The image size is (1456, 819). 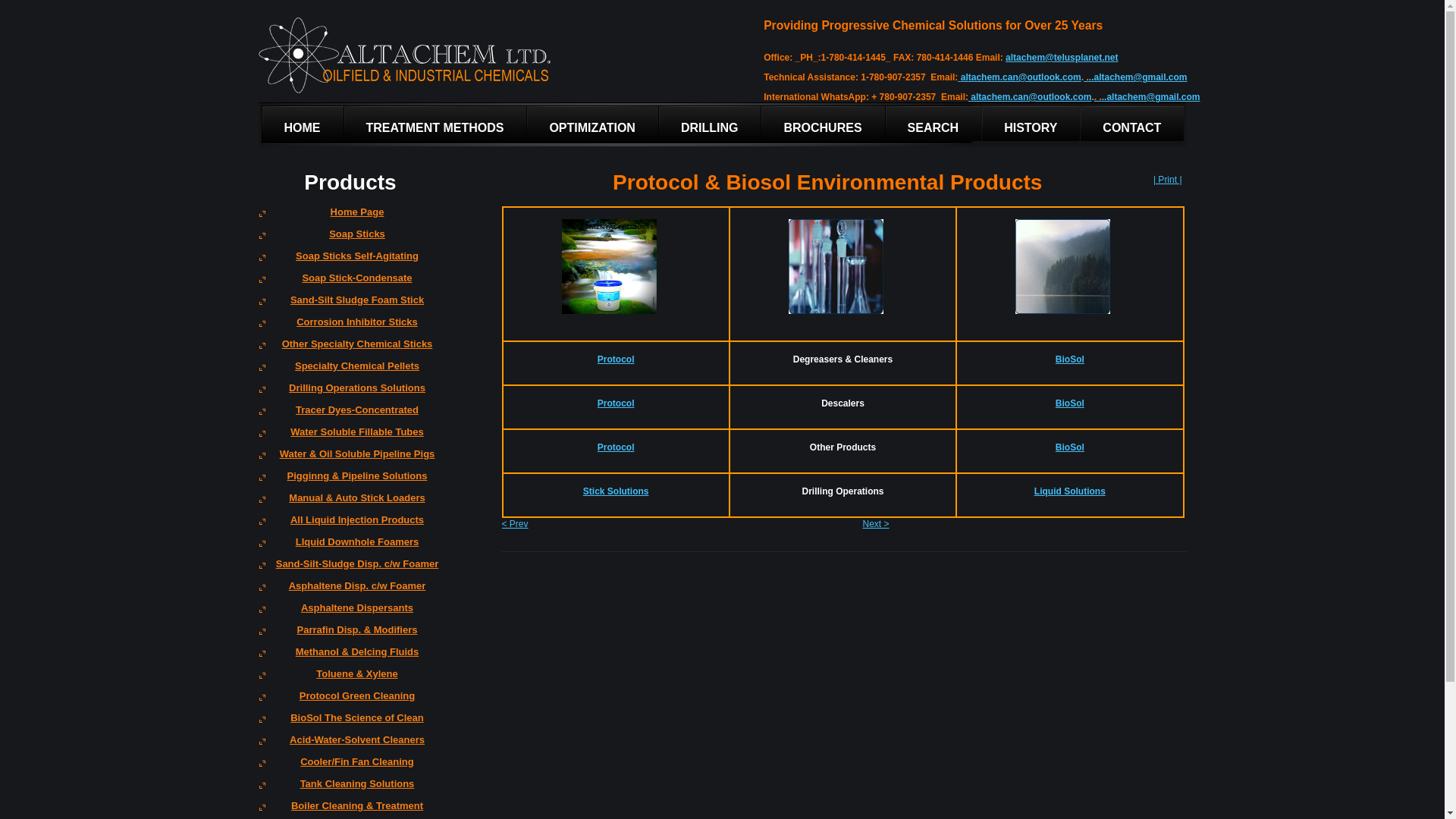 I want to click on '. .', so click(x=1098, y=96).